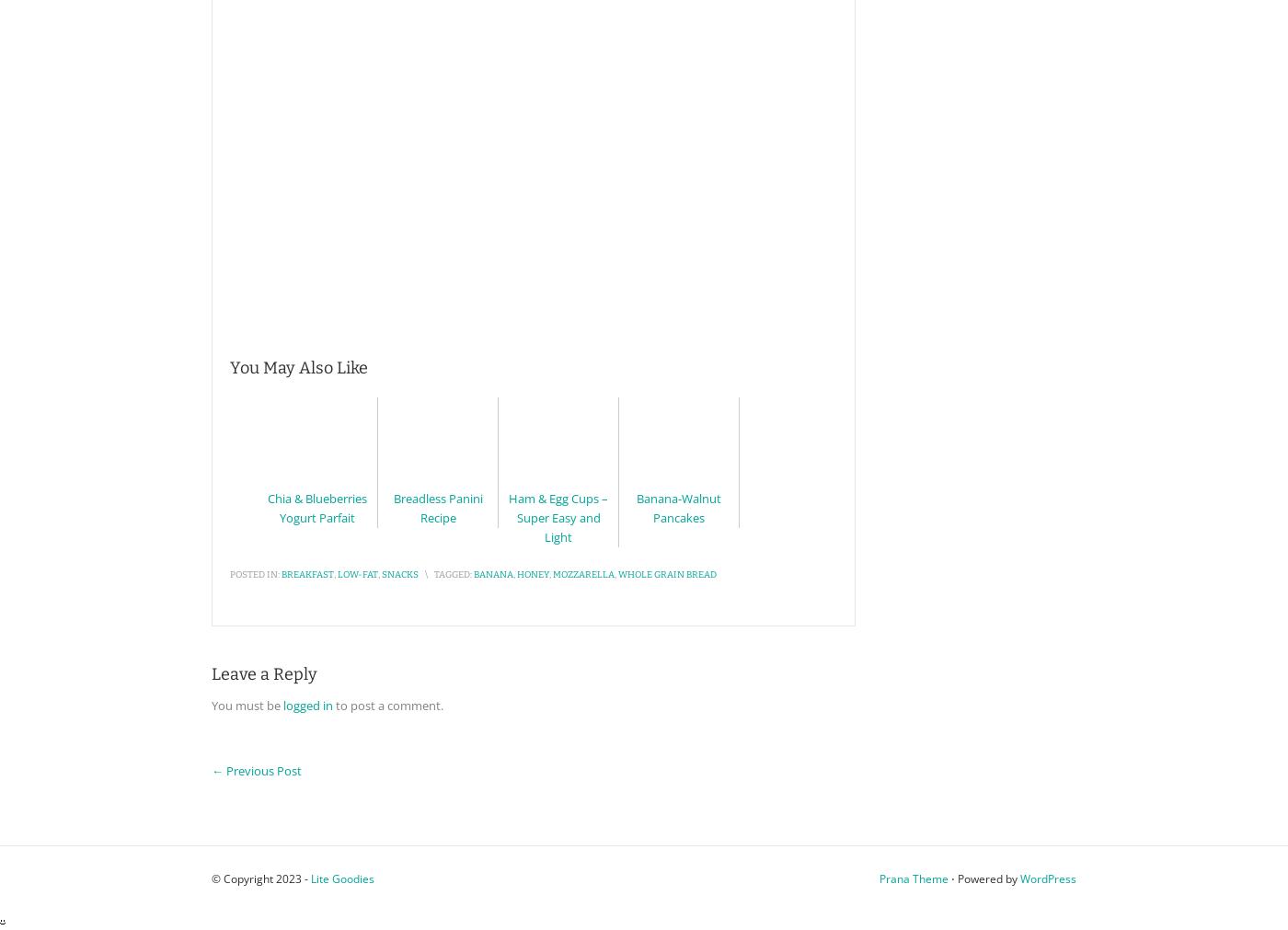  I want to click on 'Snacks', so click(399, 575).